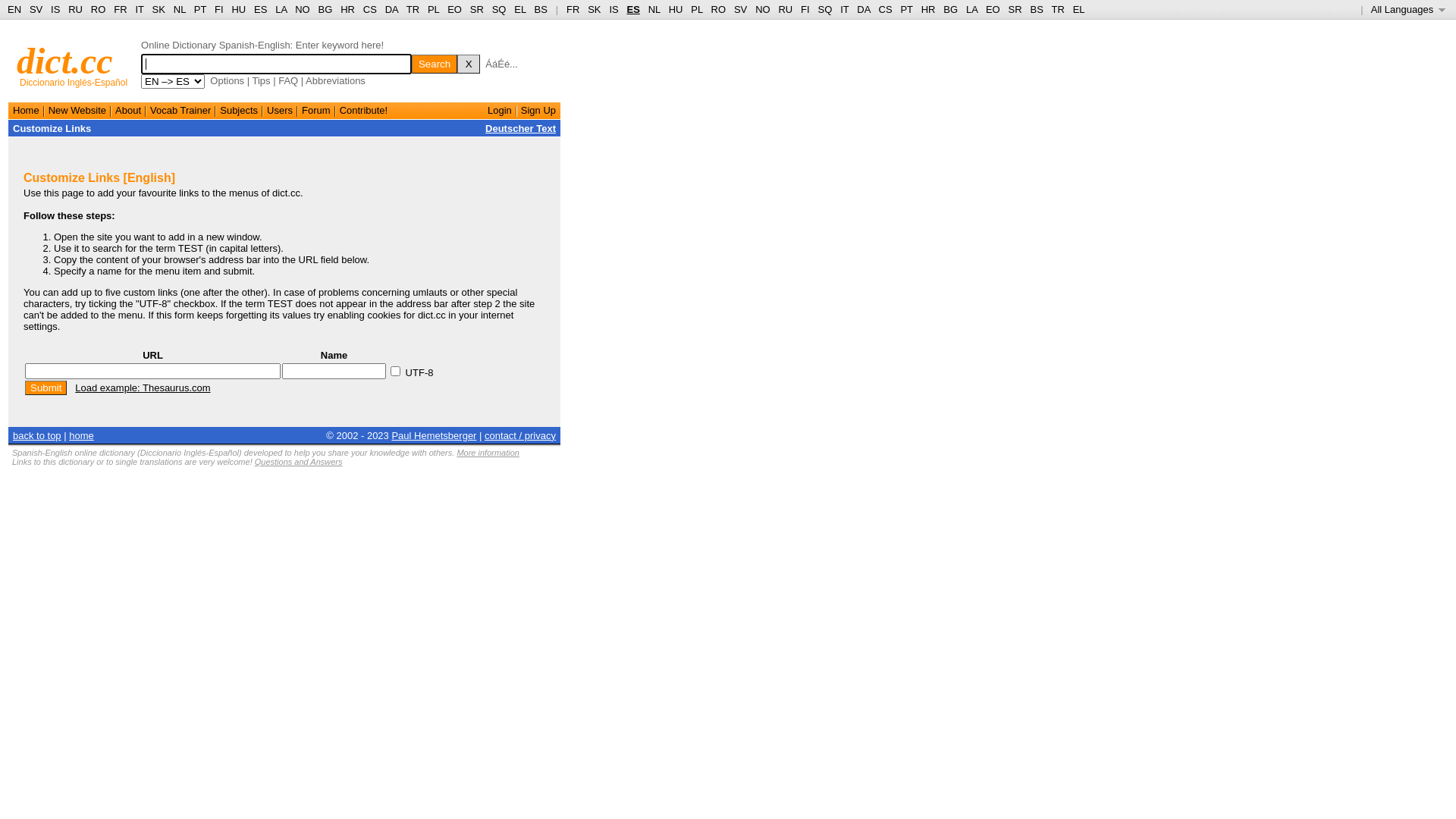  I want to click on 'Subjects', so click(238, 109).